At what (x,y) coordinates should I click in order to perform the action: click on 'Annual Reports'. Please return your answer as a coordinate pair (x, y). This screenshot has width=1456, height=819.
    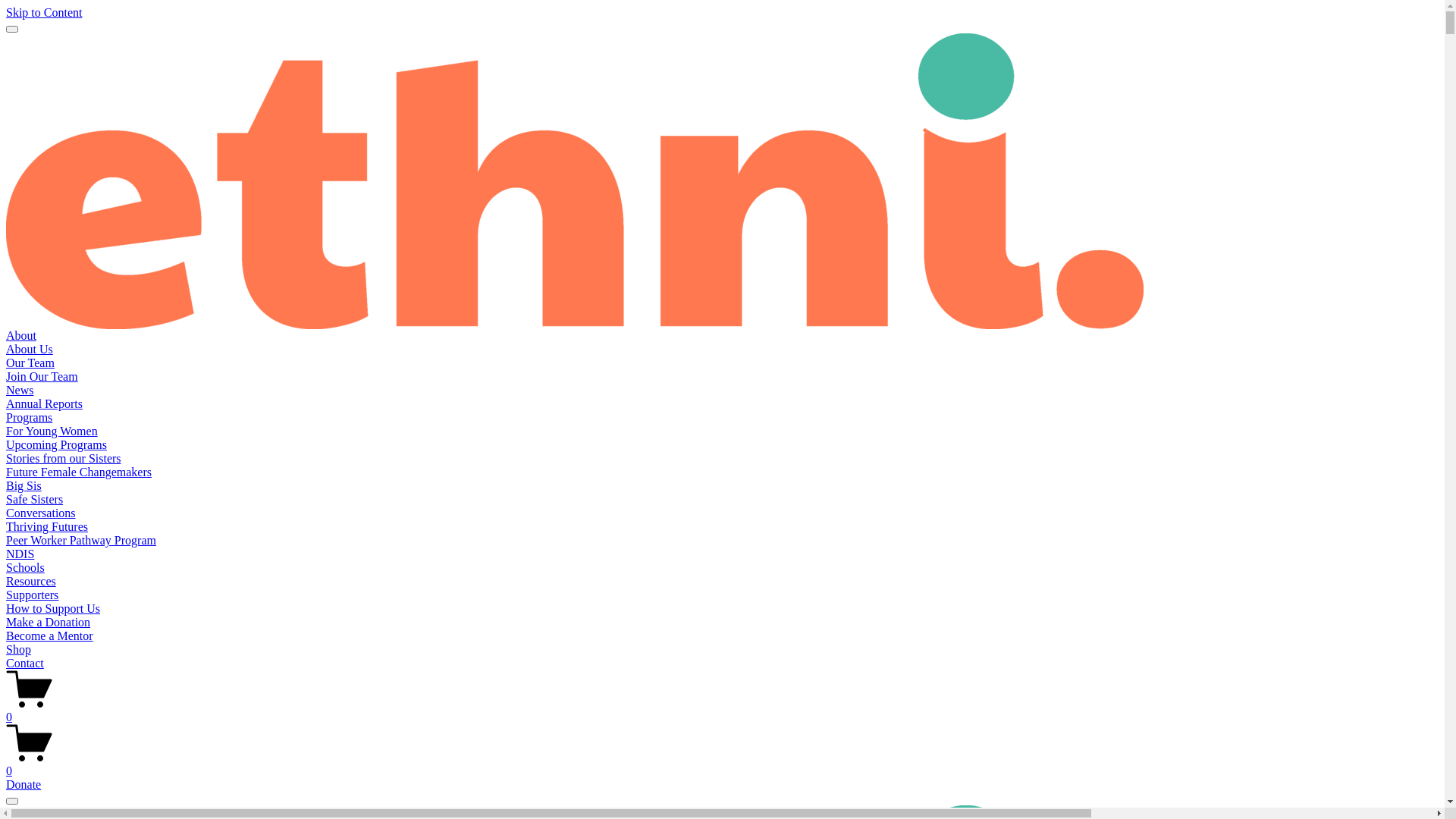
    Looking at the image, I should click on (44, 403).